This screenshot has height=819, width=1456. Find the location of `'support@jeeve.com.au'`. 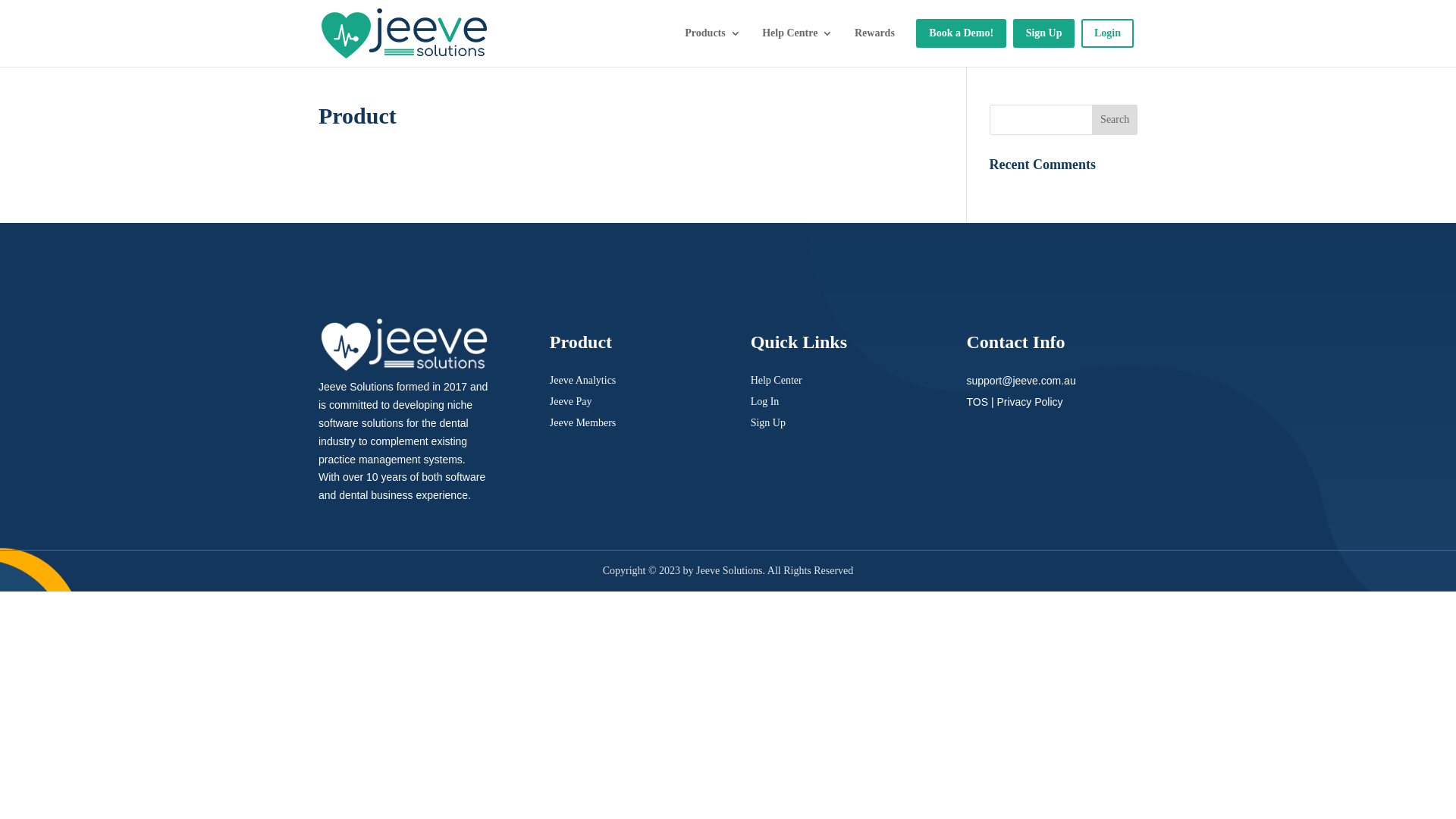

'support@jeeve.com.au' is located at coordinates (1020, 379).